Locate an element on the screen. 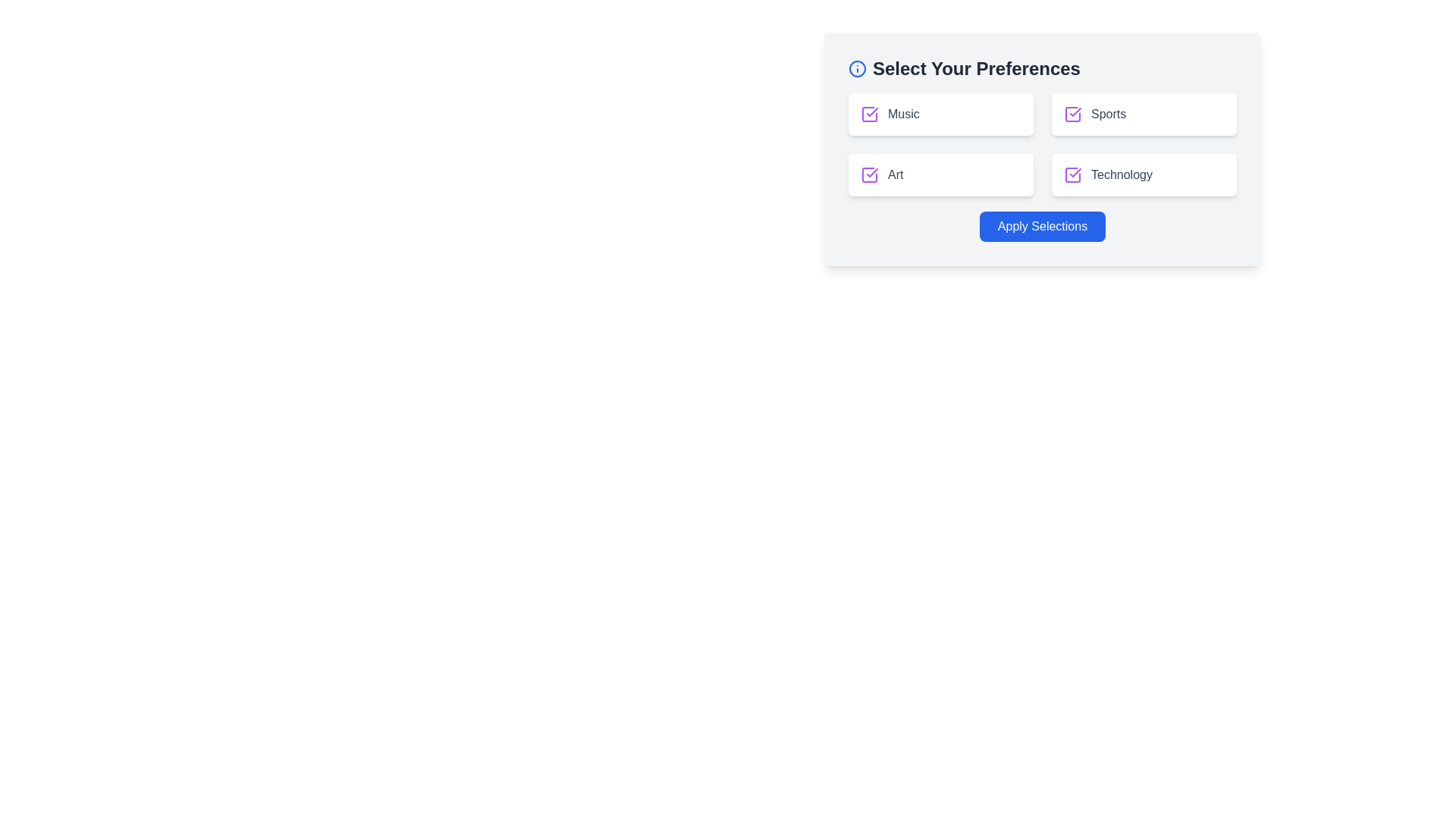 This screenshot has height=819, width=1456. the purple checkmark icon located in the first checkbox of the 'Music' options grid, which is styled with a rounded square profile is located at coordinates (872, 111).